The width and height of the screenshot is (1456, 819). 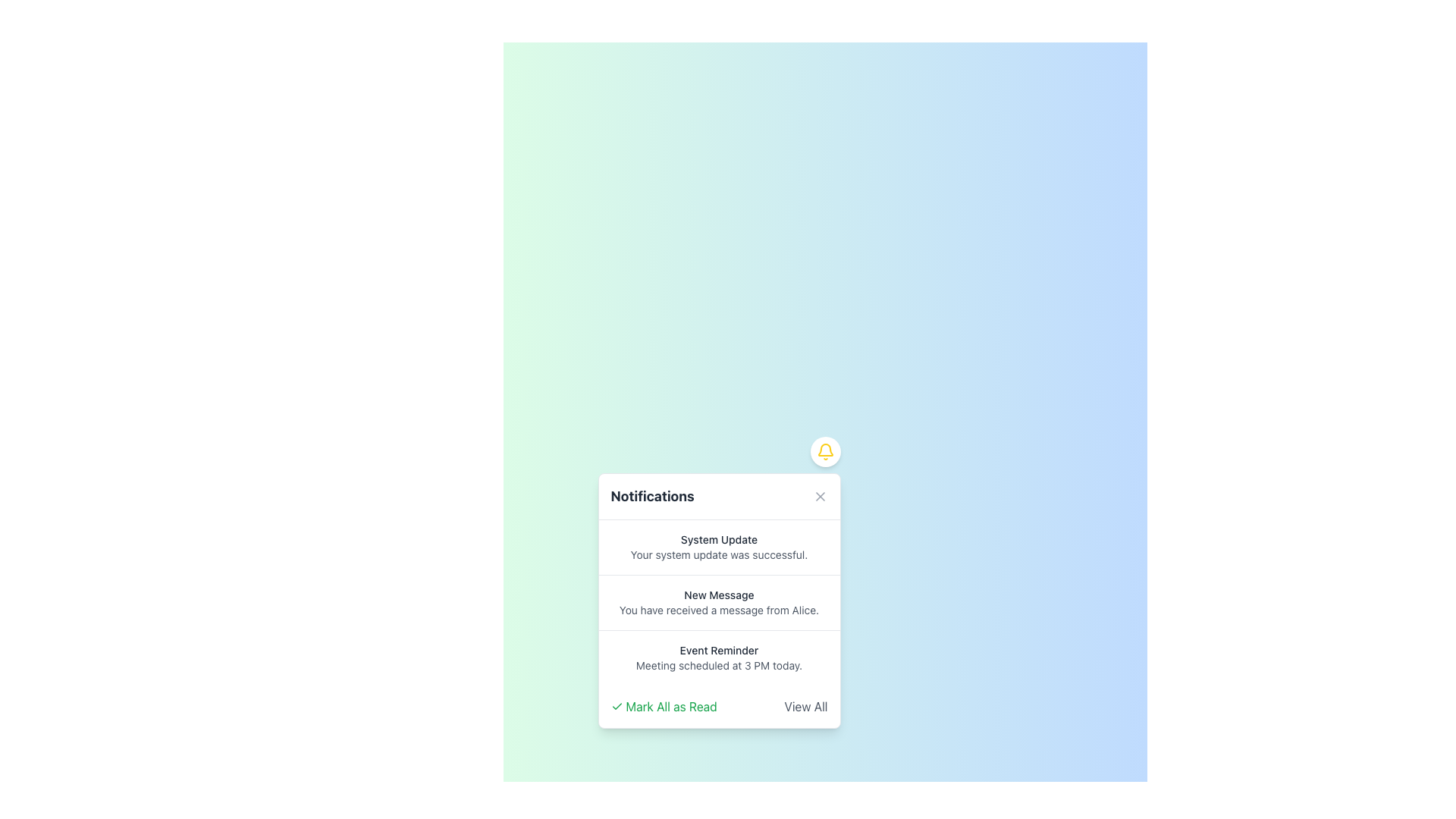 I want to click on the lower arcing line of the bell-shaped icon located at the top-right corner of the interface above the notifications panel, so click(x=824, y=449).